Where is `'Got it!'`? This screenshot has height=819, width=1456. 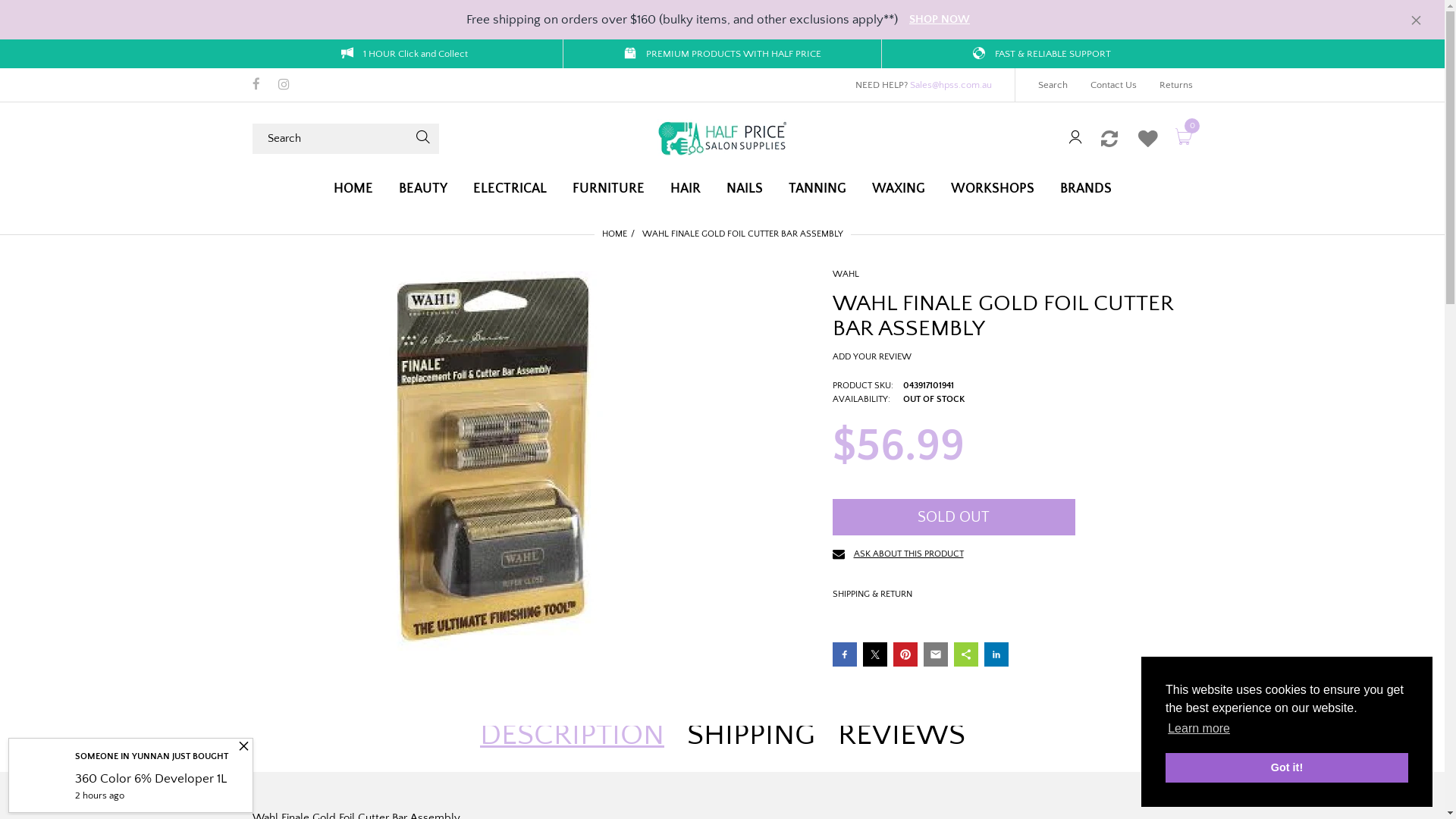
'Got it!' is located at coordinates (1286, 767).